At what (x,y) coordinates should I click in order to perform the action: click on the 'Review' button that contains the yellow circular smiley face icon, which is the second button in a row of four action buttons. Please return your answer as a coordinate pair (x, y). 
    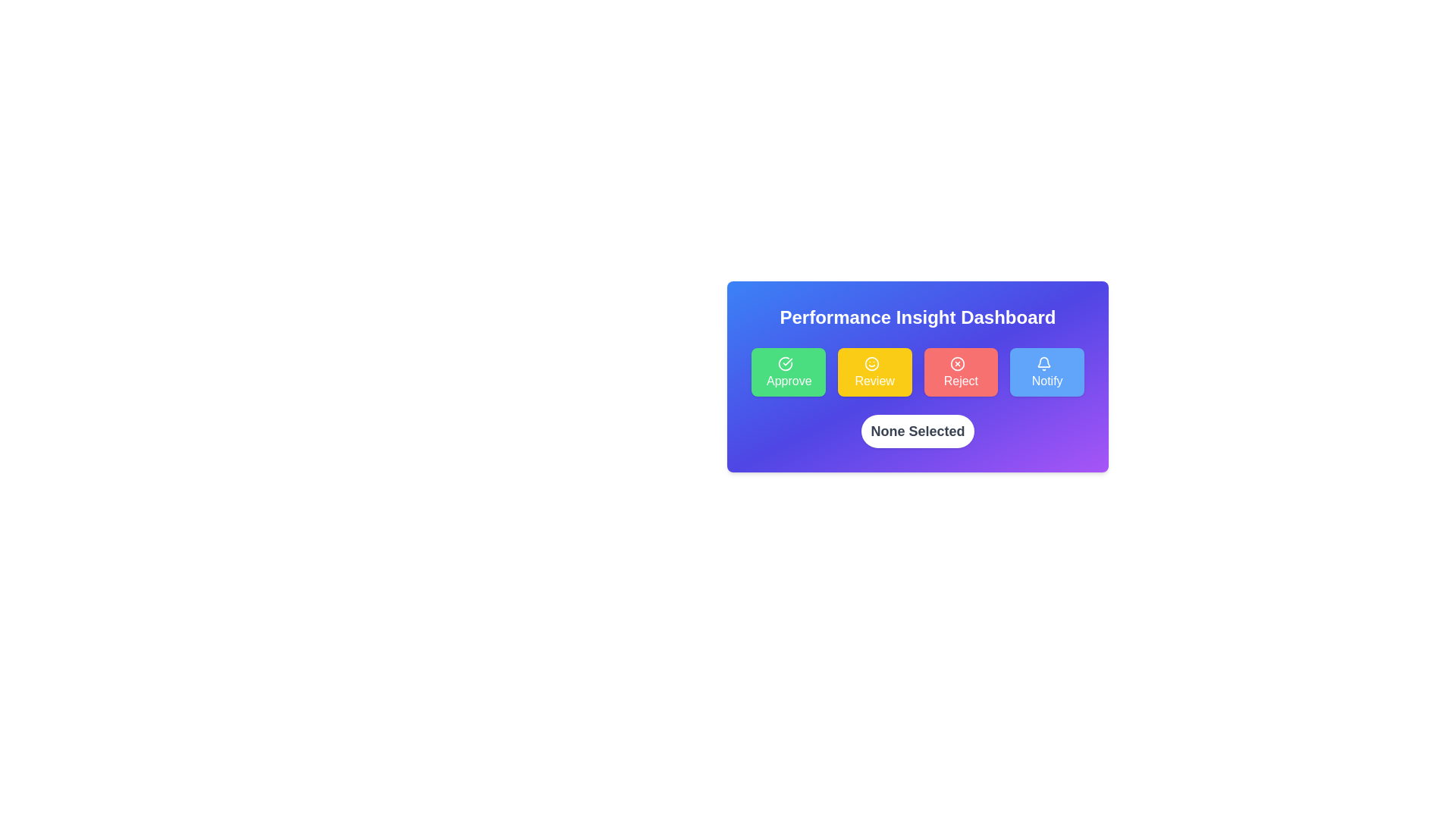
    Looking at the image, I should click on (871, 363).